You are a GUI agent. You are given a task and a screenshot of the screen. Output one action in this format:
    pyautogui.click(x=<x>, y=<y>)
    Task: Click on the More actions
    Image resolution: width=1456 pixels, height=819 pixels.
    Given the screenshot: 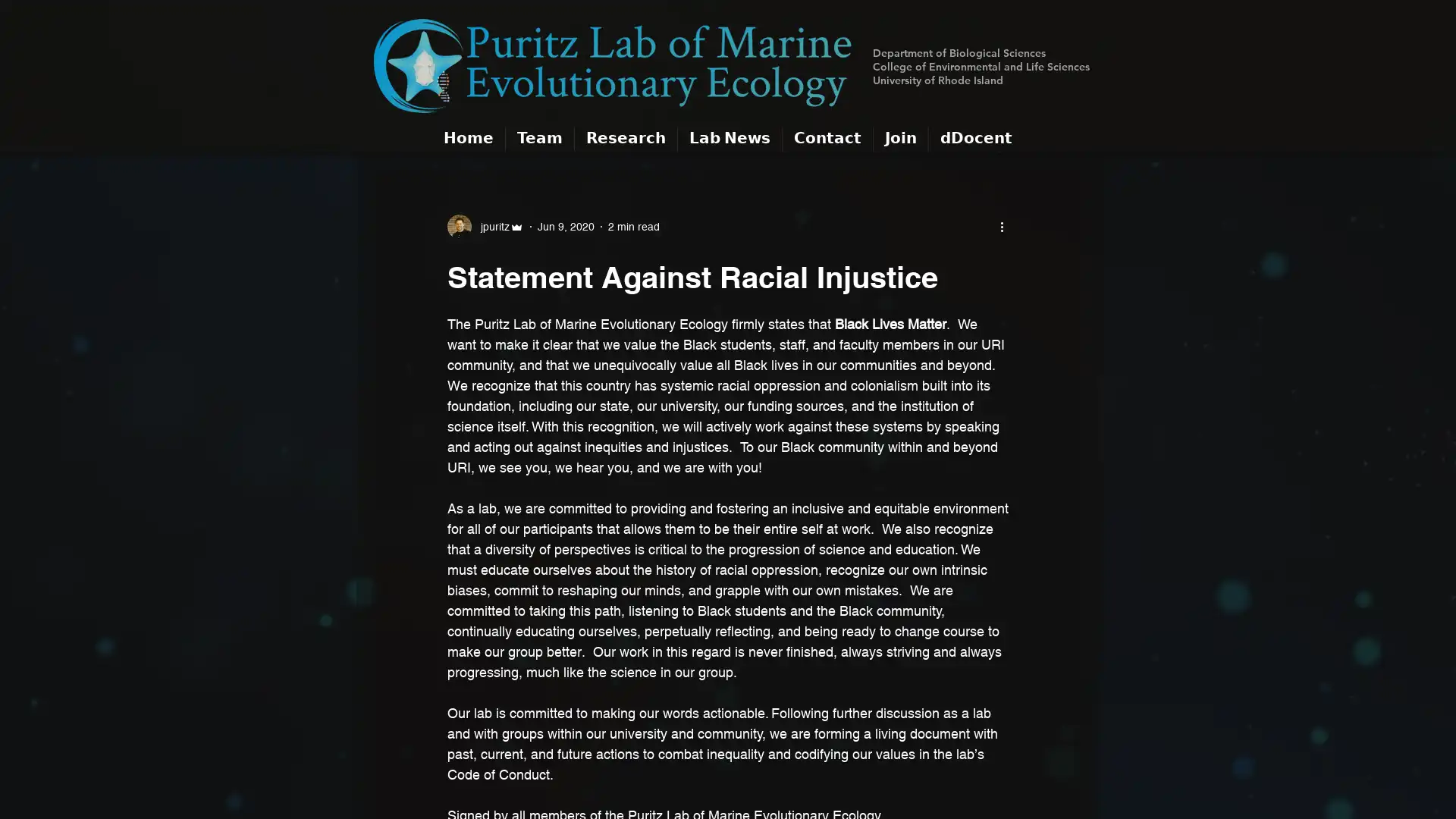 What is the action you would take?
    pyautogui.click(x=1006, y=226)
    